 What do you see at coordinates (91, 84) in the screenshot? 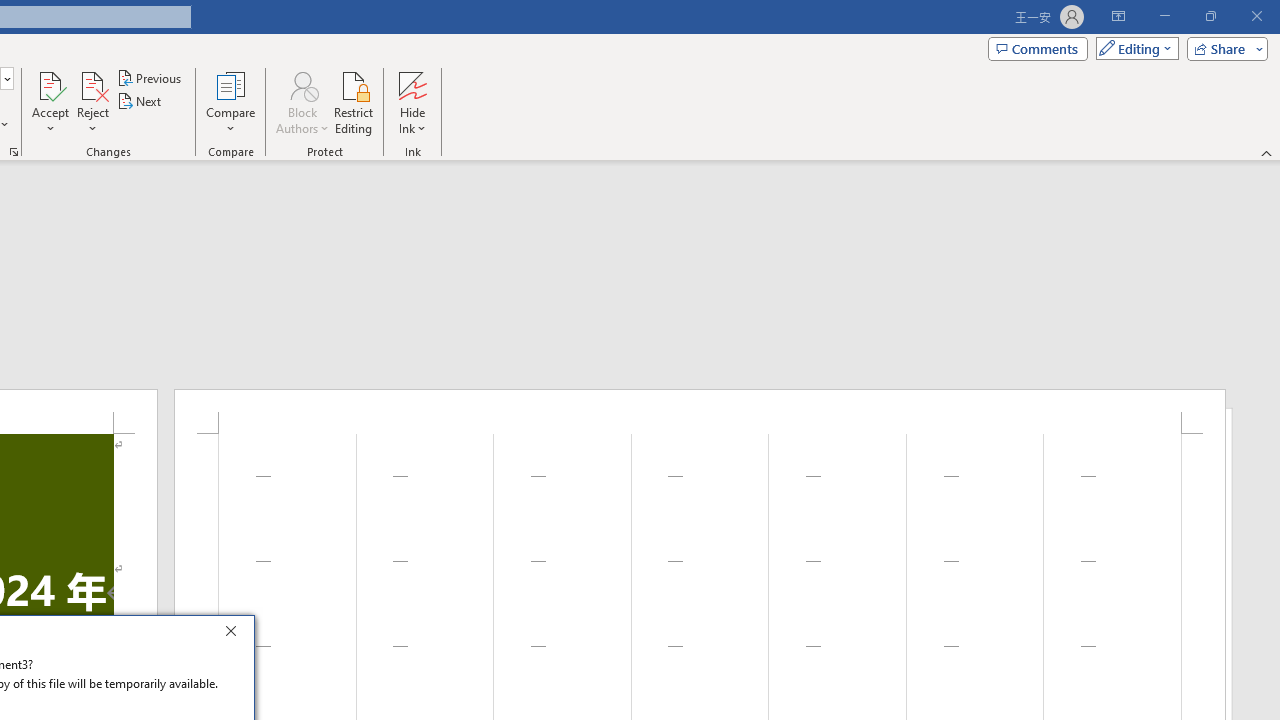
I see `'Reject and Move to Next'` at bounding box center [91, 84].